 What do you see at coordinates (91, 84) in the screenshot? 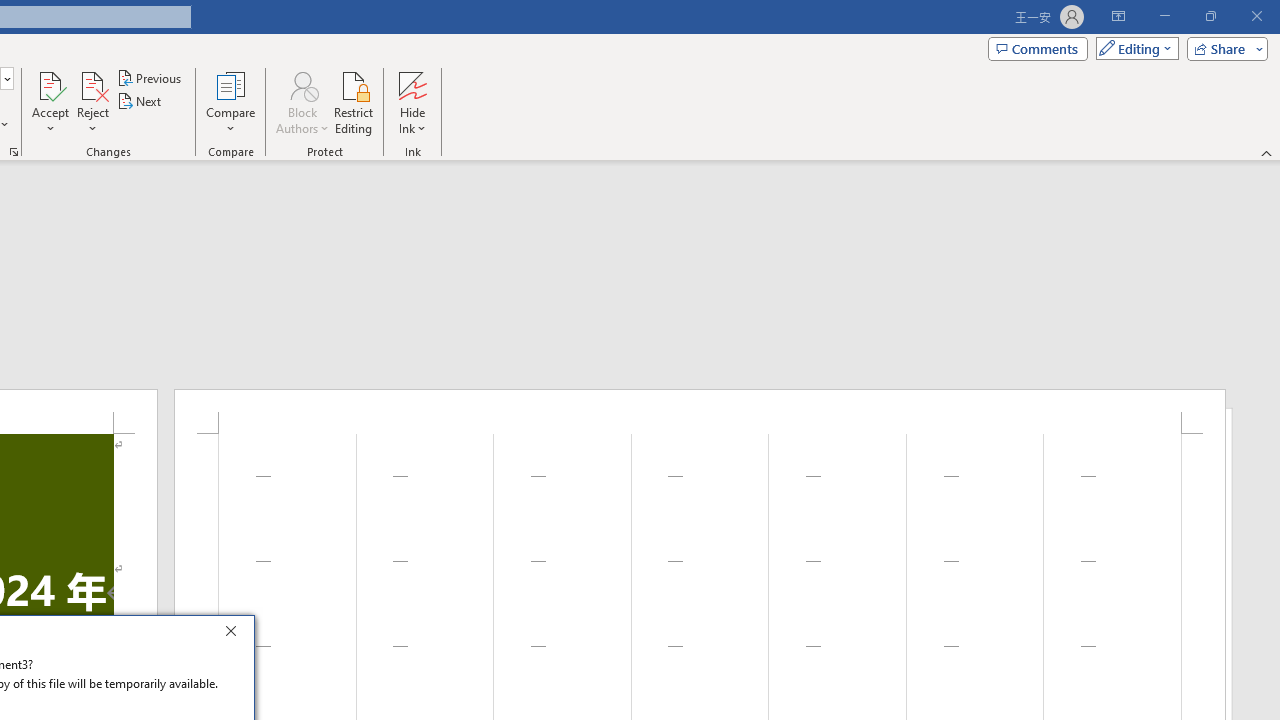
I see `'Reject and Move to Next'` at bounding box center [91, 84].